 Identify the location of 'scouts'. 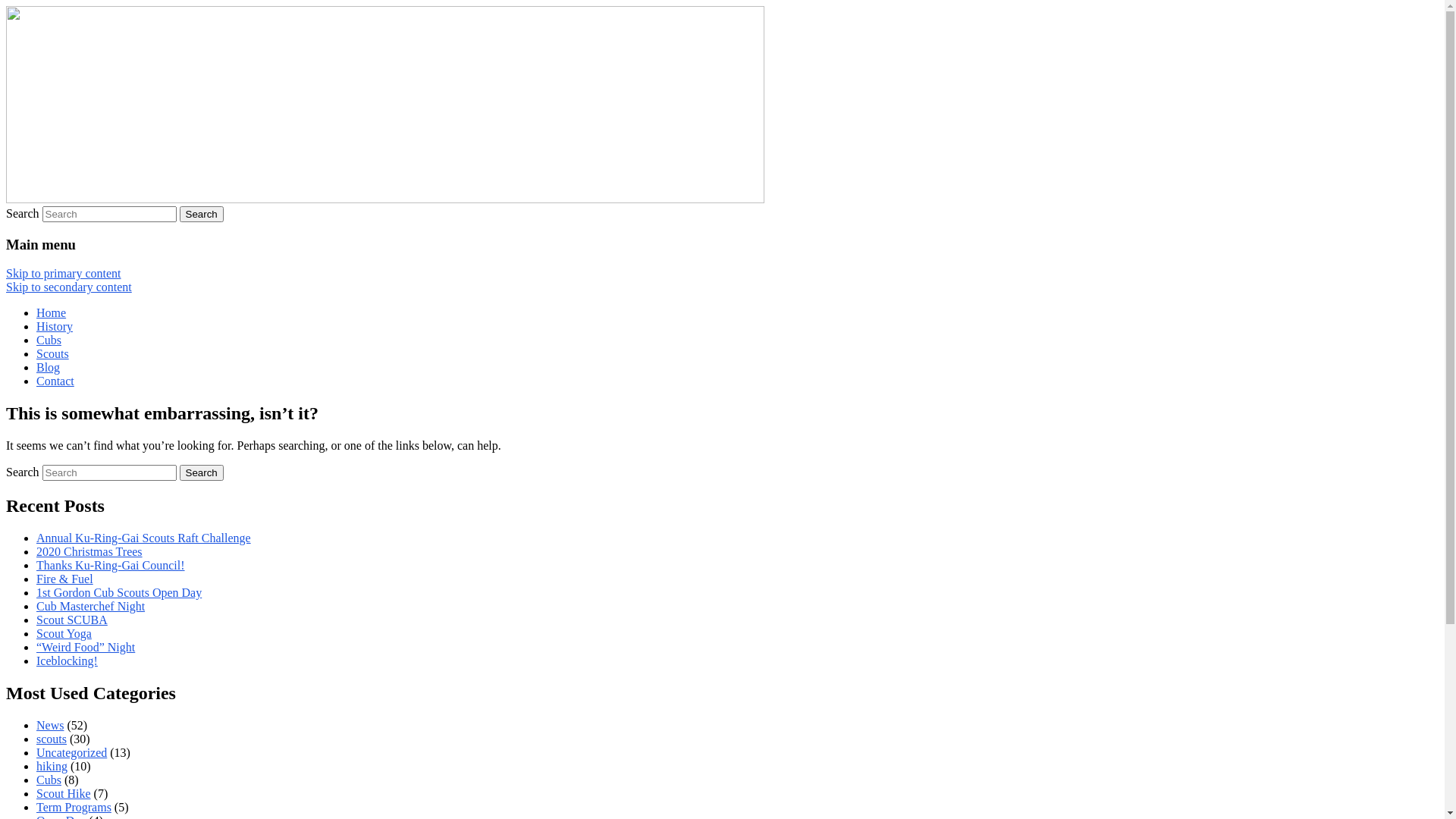
(51, 738).